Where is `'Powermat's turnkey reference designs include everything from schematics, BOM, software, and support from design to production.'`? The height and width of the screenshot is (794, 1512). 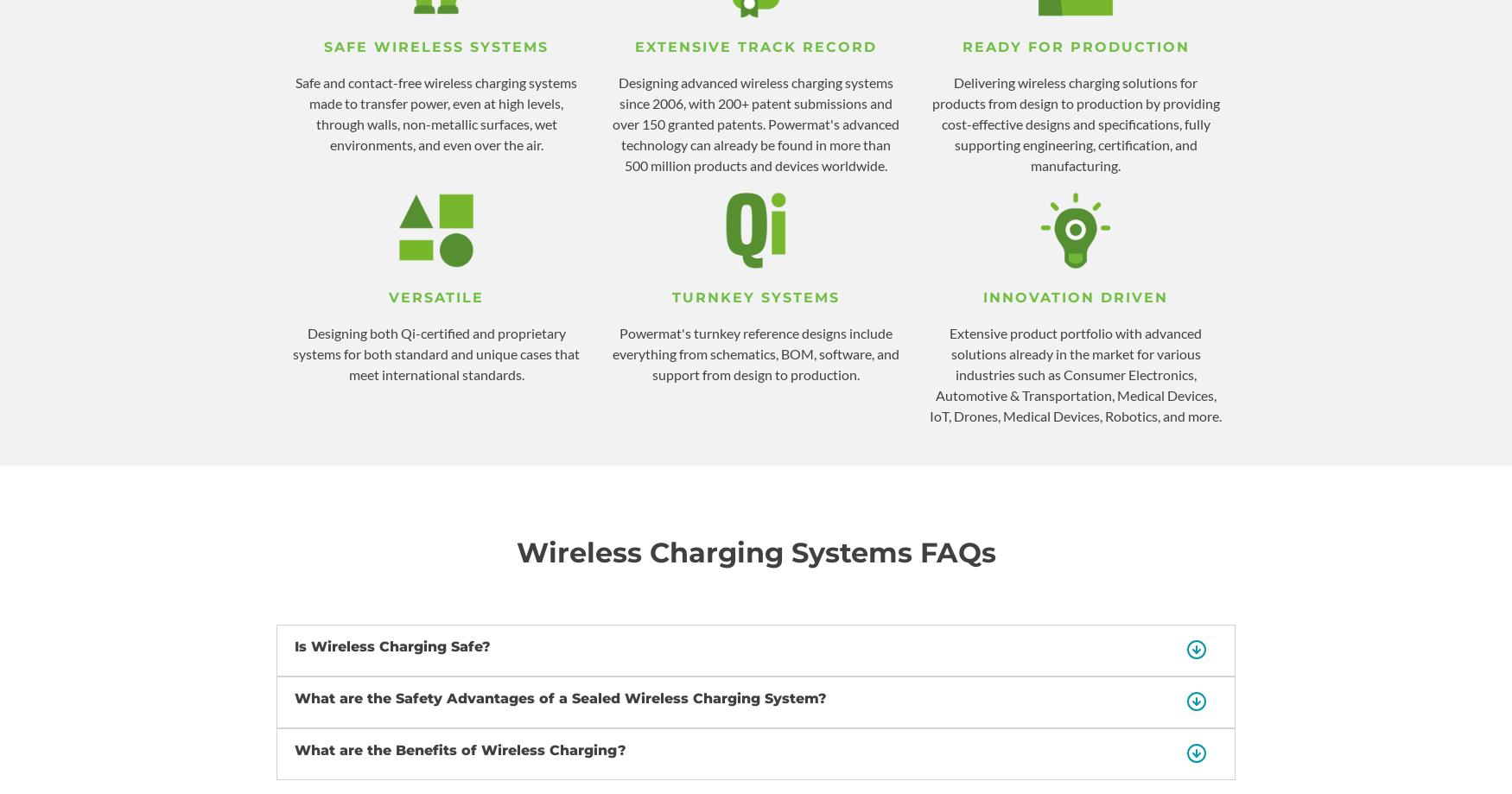 'Powermat's turnkey reference designs include everything from schematics, BOM, software, and support from design to production.' is located at coordinates (756, 353).